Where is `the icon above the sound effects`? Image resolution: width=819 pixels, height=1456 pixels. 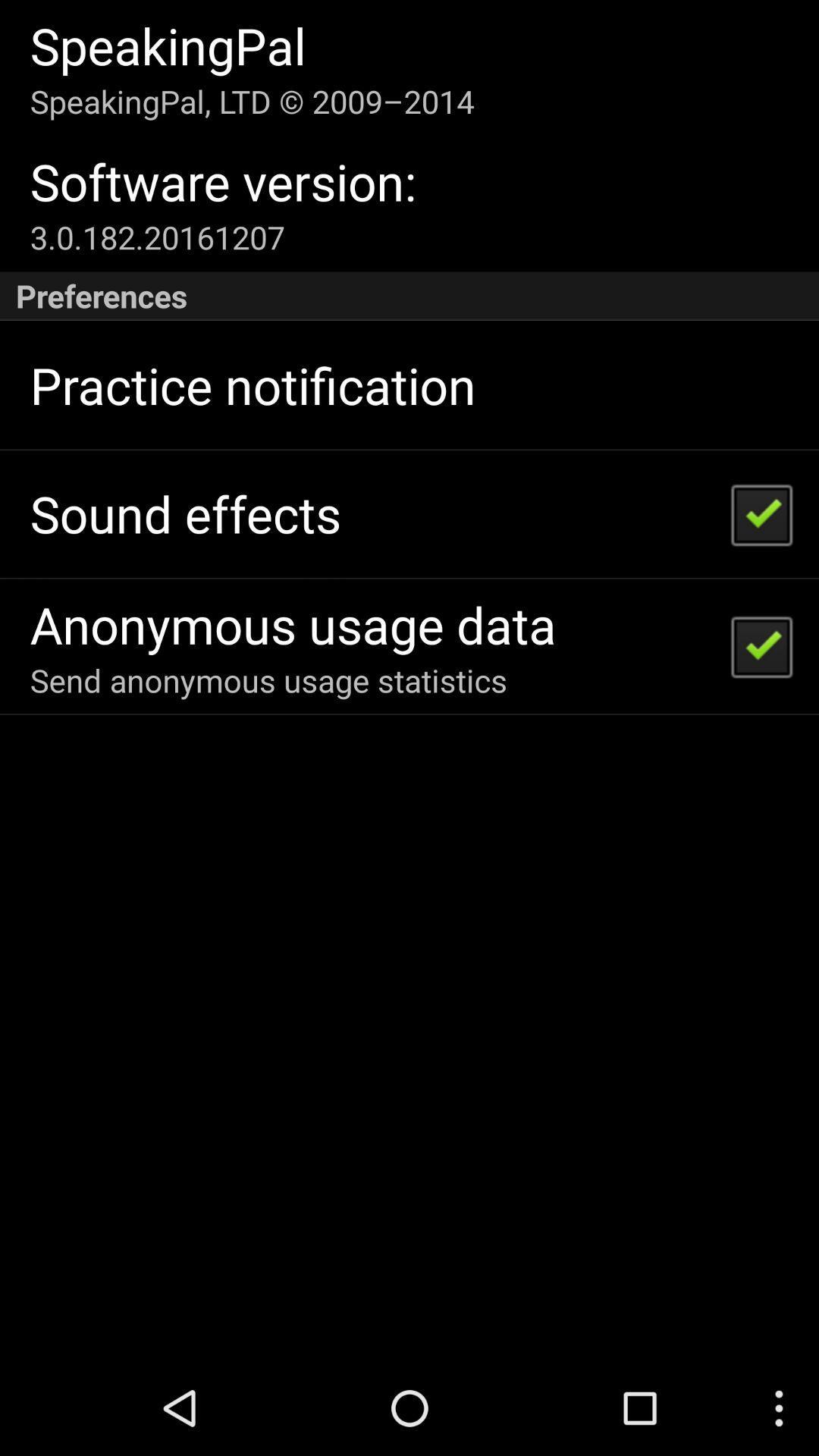
the icon above the sound effects is located at coordinates (252, 385).